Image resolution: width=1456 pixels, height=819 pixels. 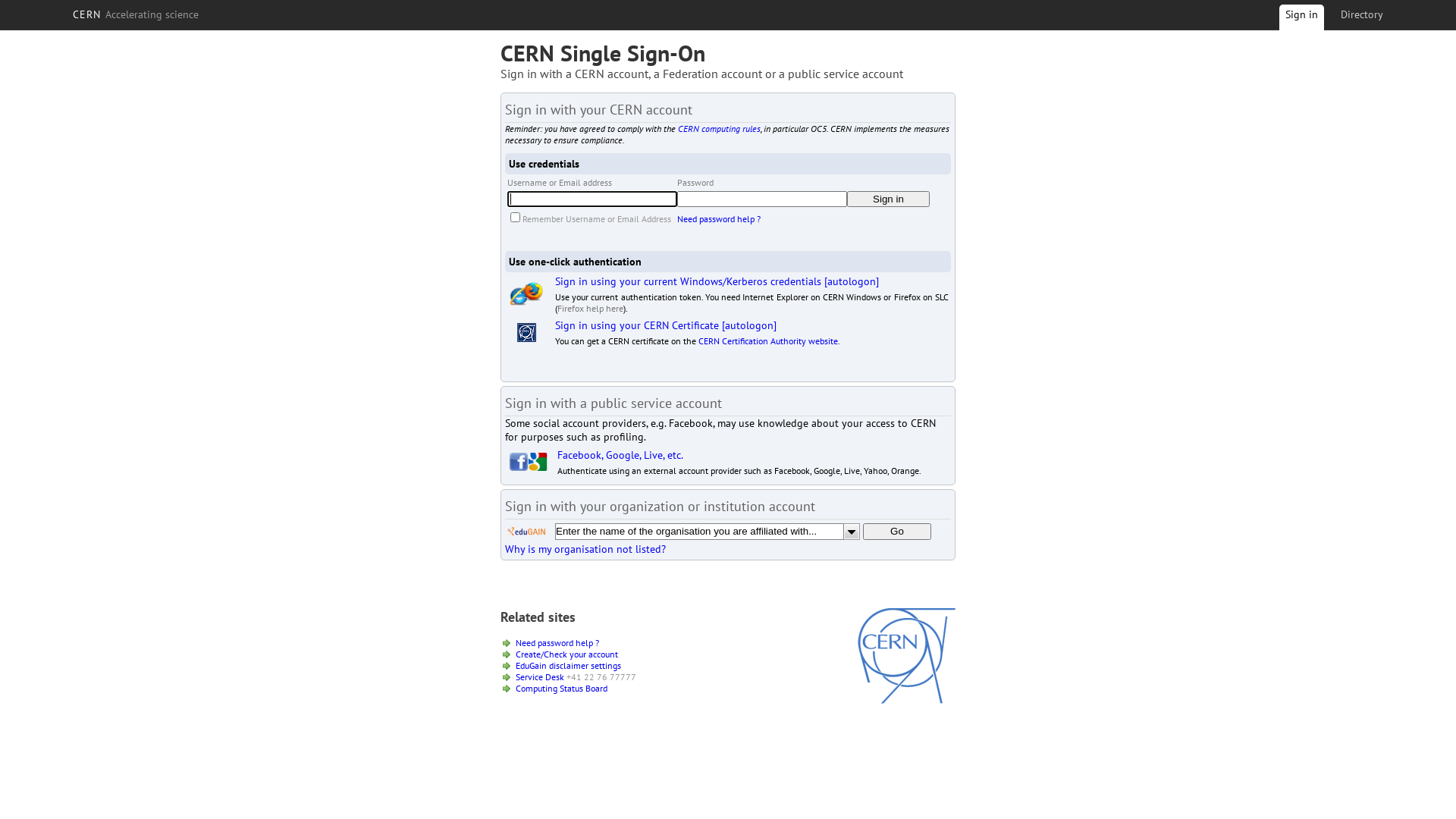 I want to click on 'CERN Accelerating science', so click(x=135, y=14).